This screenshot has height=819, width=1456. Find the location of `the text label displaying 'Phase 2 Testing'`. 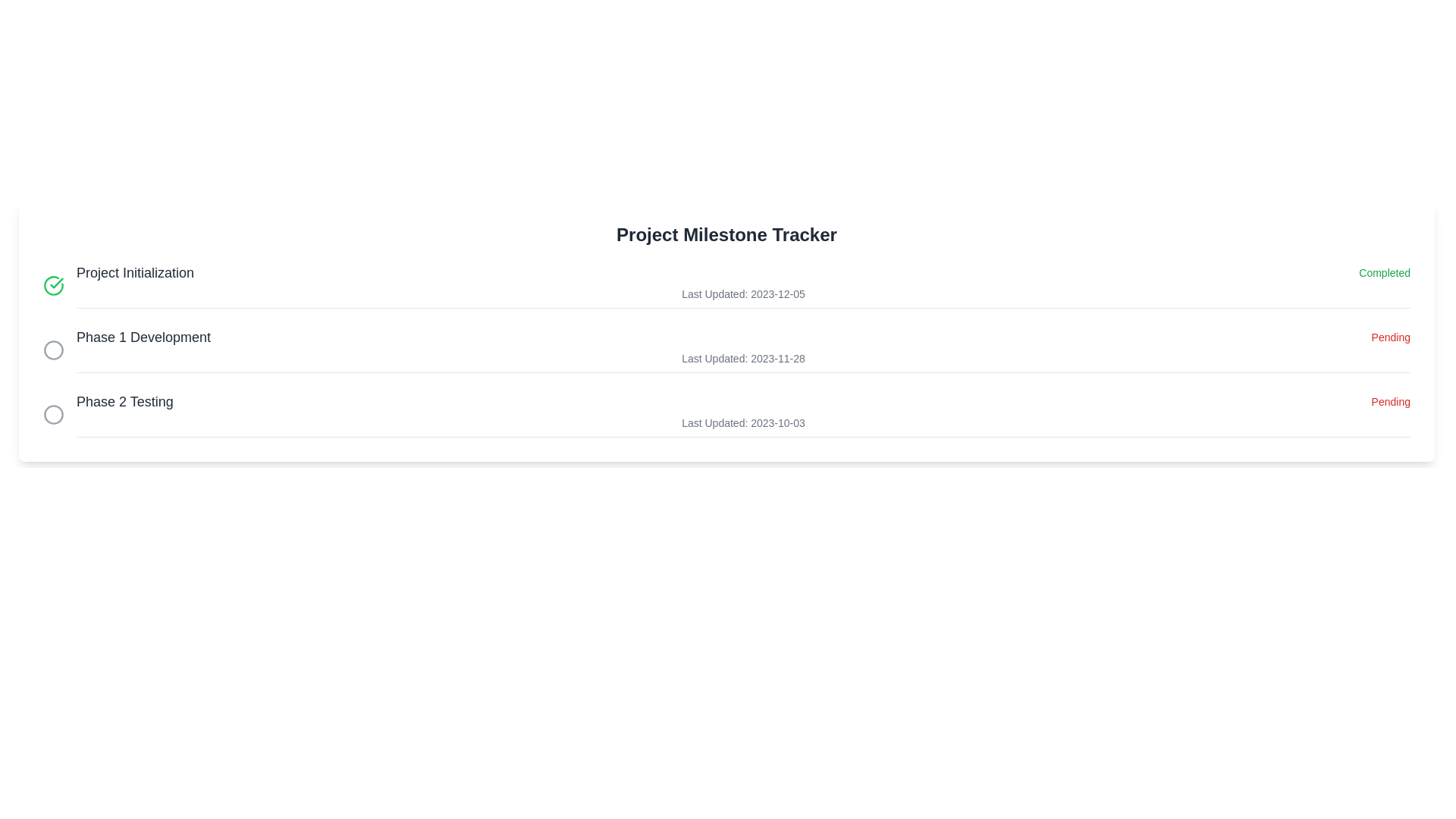

the text label displaying 'Phase 2 Testing' is located at coordinates (124, 400).